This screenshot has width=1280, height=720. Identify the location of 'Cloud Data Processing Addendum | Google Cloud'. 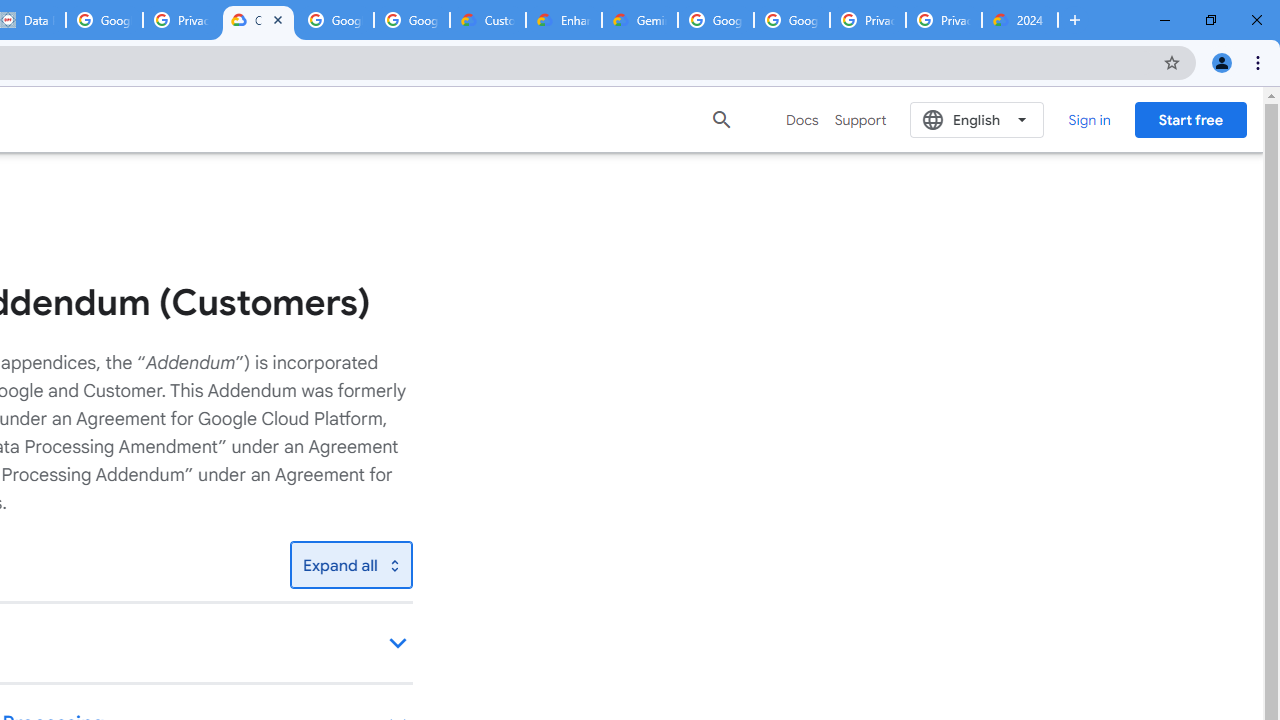
(257, 20).